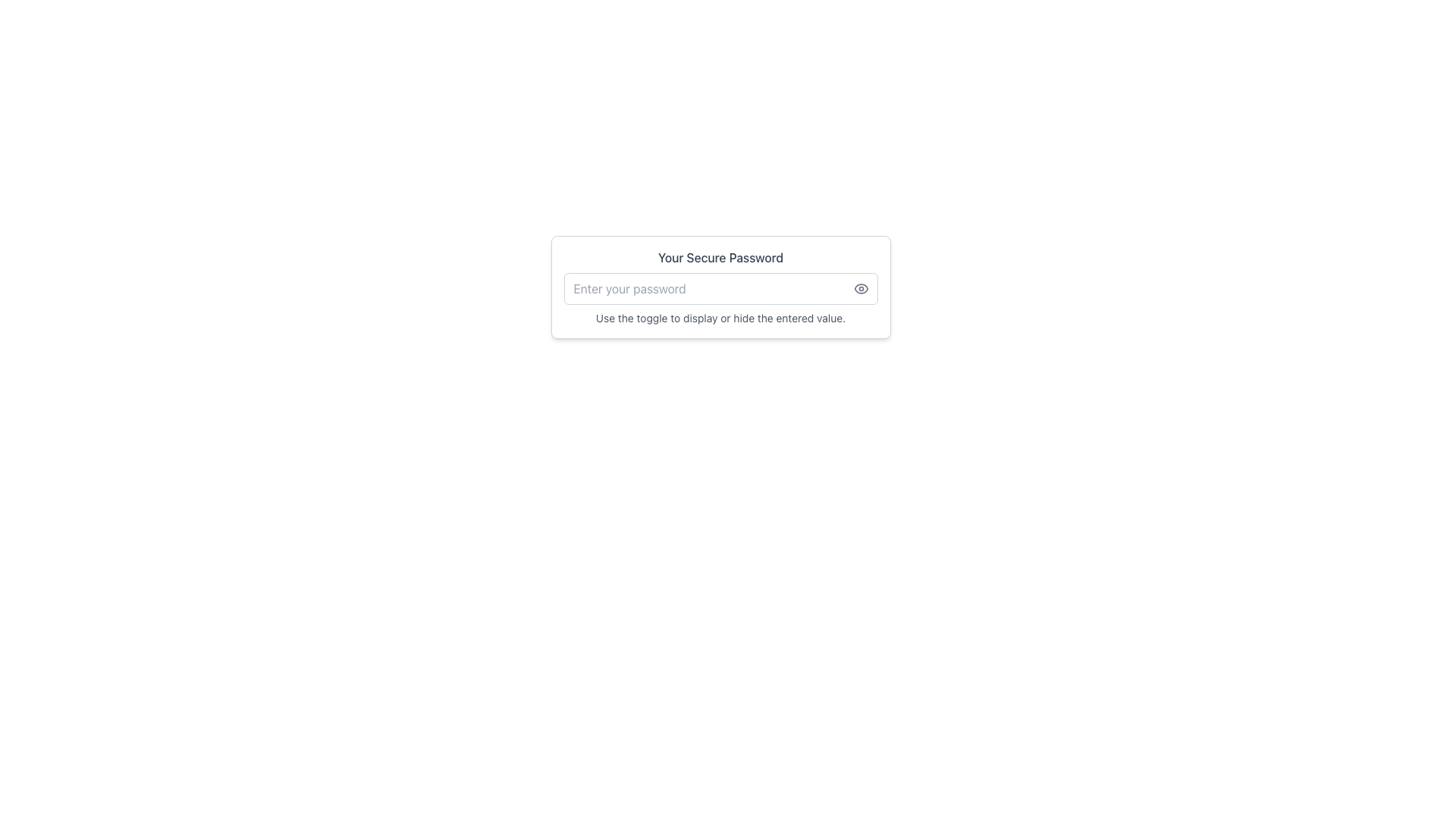  Describe the element at coordinates (861, 289) in the screenshot. I see `the eye icon located at the right end of the password input field` at that location.